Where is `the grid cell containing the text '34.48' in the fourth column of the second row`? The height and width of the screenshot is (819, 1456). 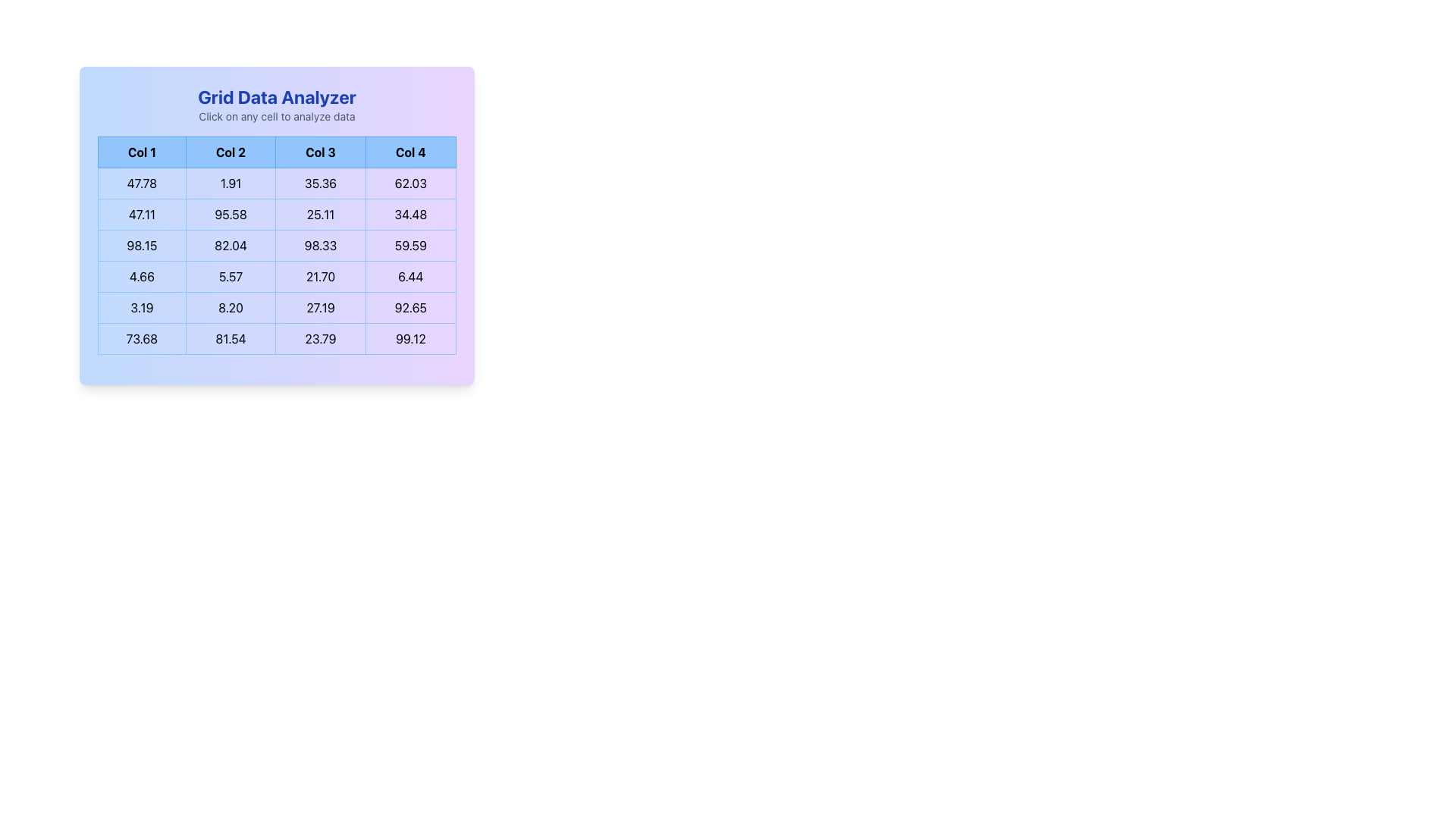
the grid cell containing the text '34.48' in the fourth column of the second row is located at coordinates (410, 214).